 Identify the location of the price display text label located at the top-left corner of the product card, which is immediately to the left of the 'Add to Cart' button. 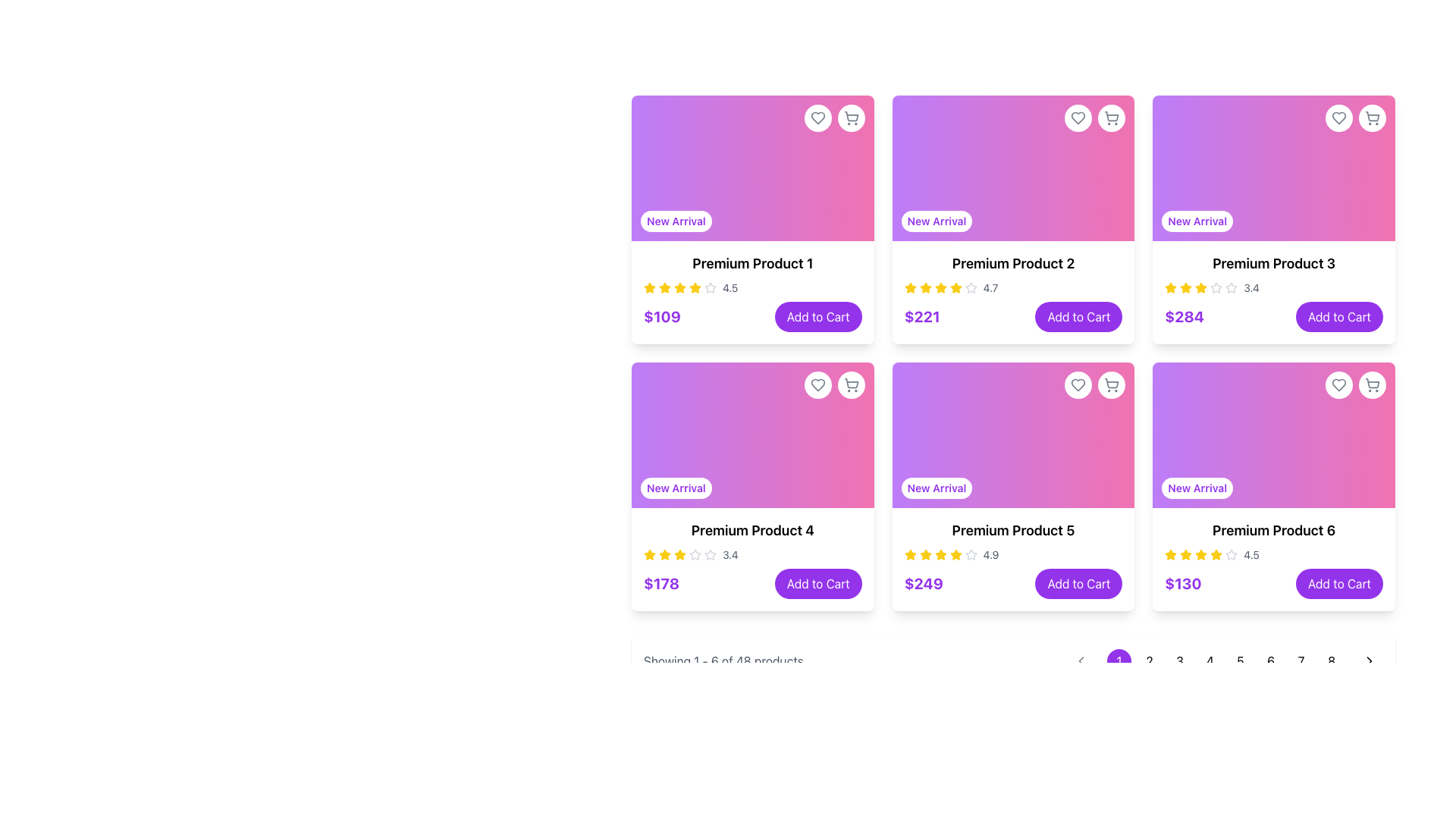
(662, 315).